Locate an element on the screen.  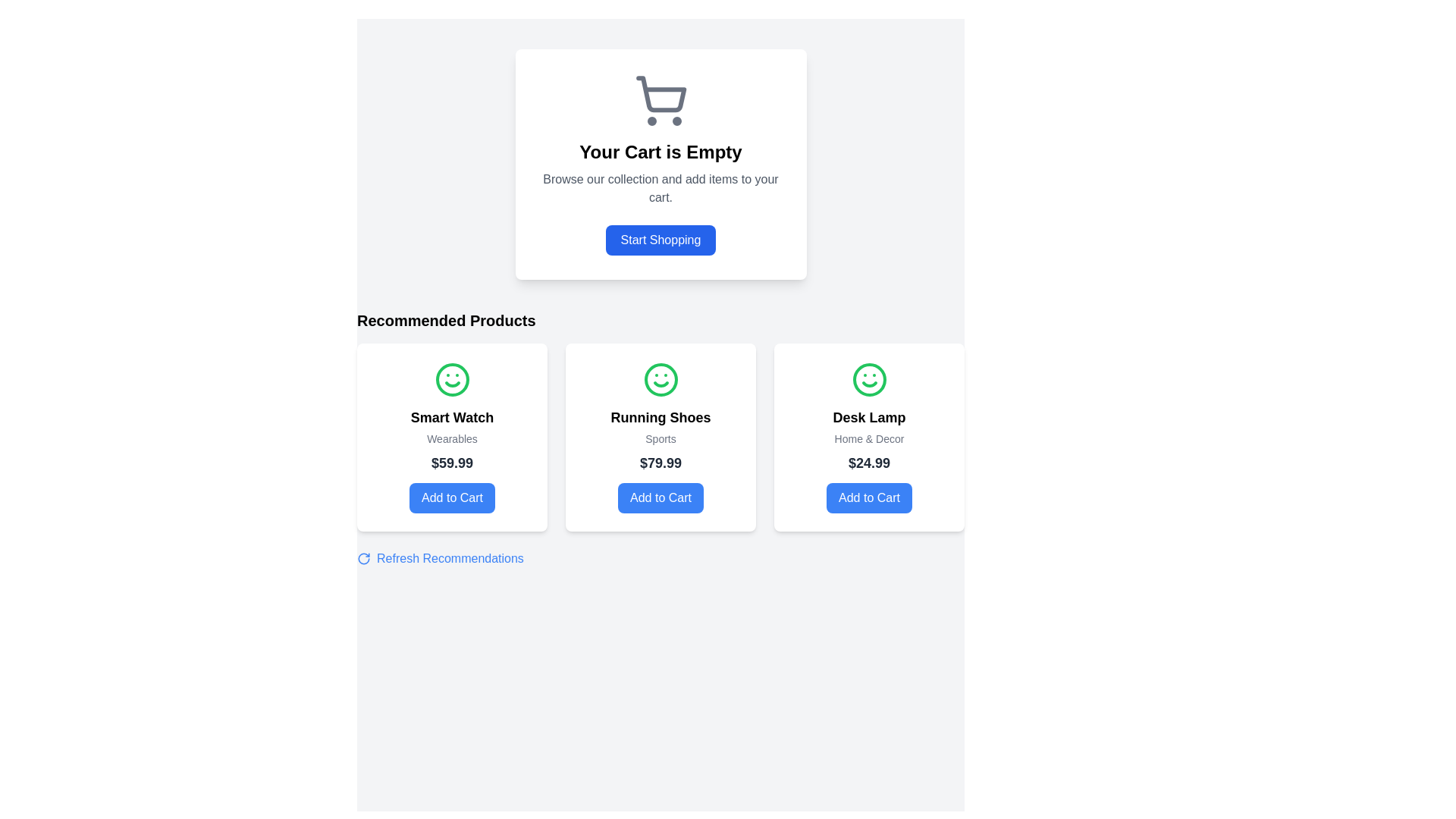
the blue circular icon with a clockwise rotation arrow located to the left of the 'Refresh Recommendations' text is located at coordinates (364, 558).